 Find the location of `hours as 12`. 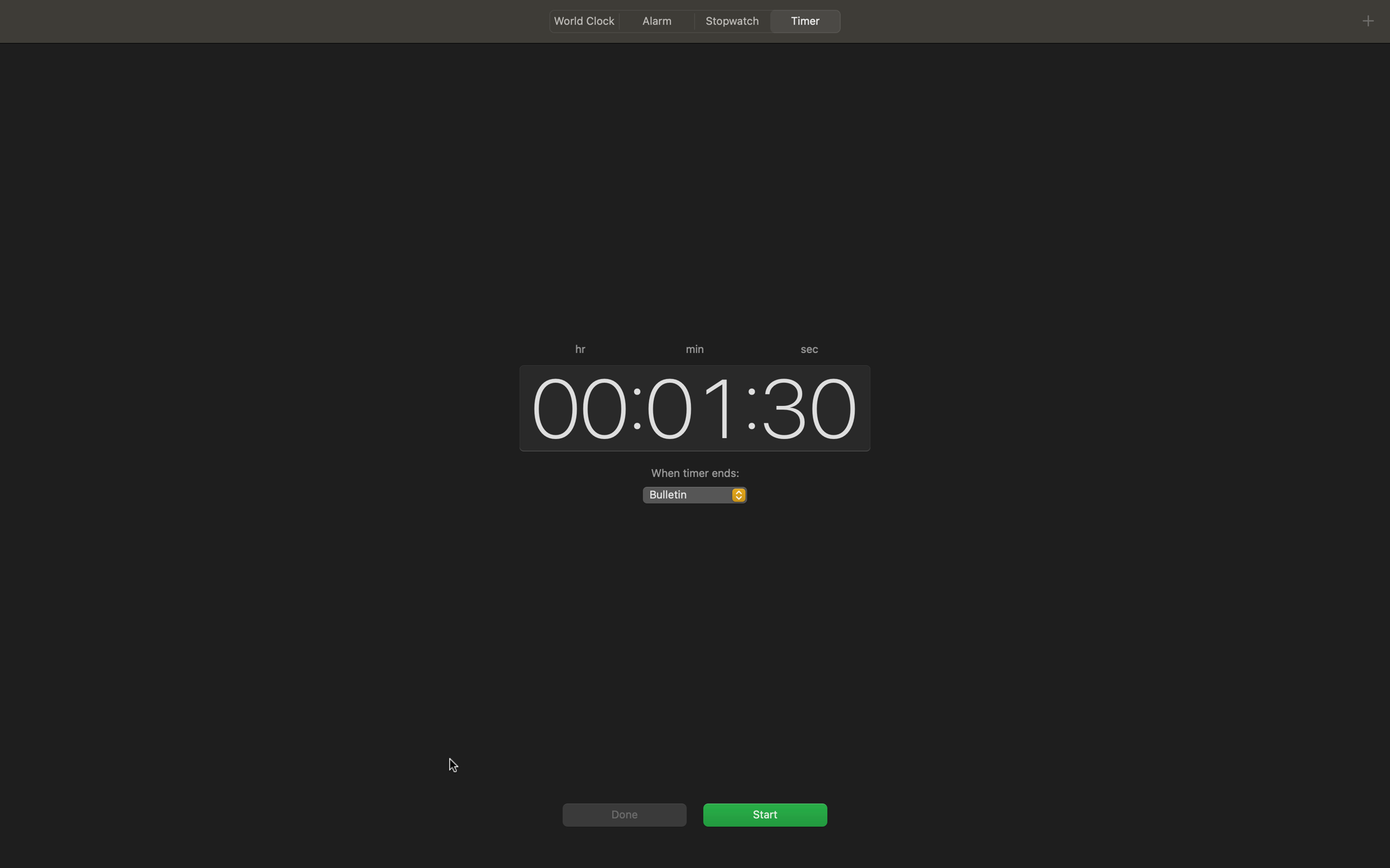

hours as 12 is located at coordinates (574, 406).